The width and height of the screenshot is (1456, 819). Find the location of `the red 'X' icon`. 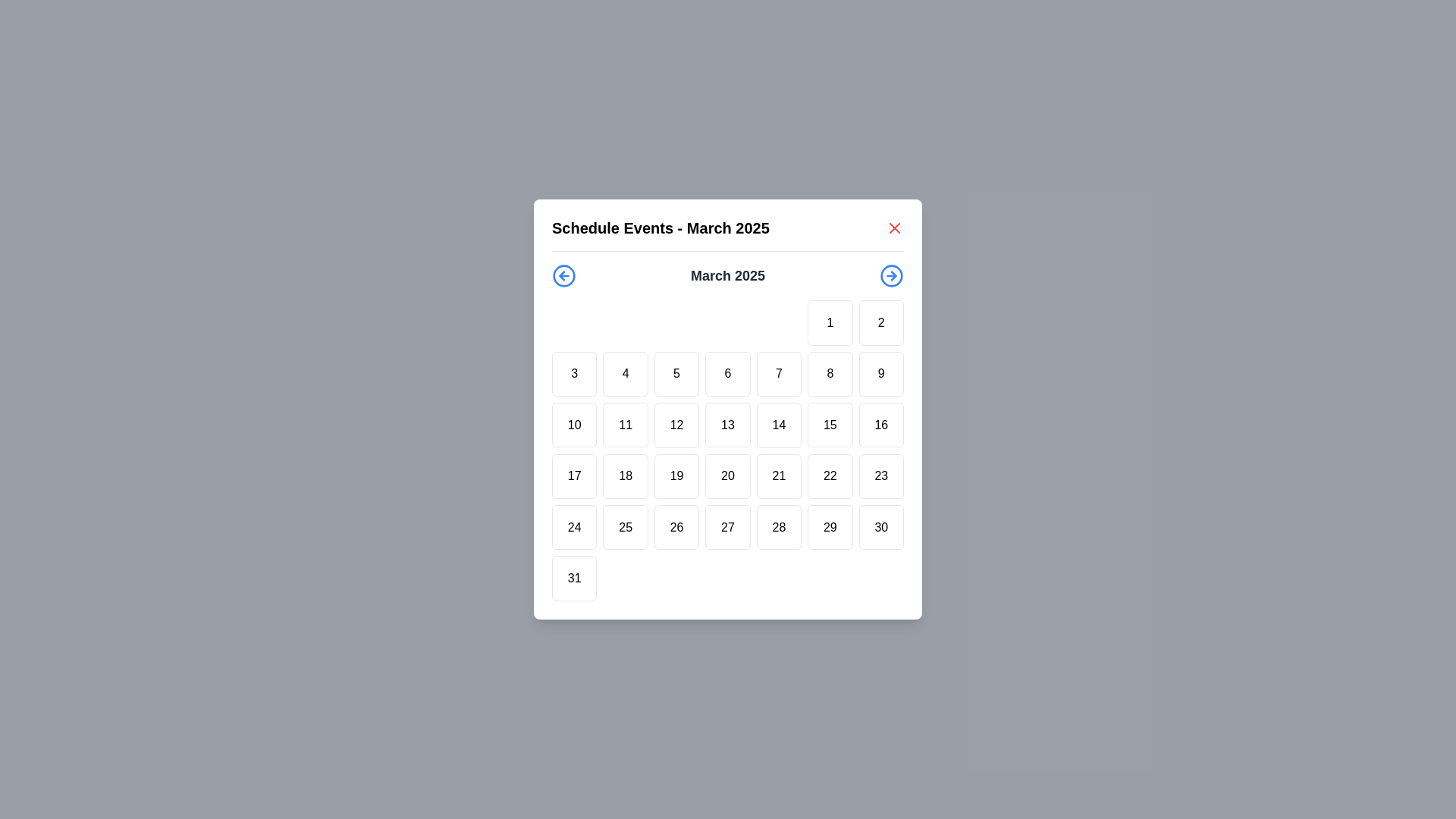

the red 'X' icon is located at coordinates (895, 227).